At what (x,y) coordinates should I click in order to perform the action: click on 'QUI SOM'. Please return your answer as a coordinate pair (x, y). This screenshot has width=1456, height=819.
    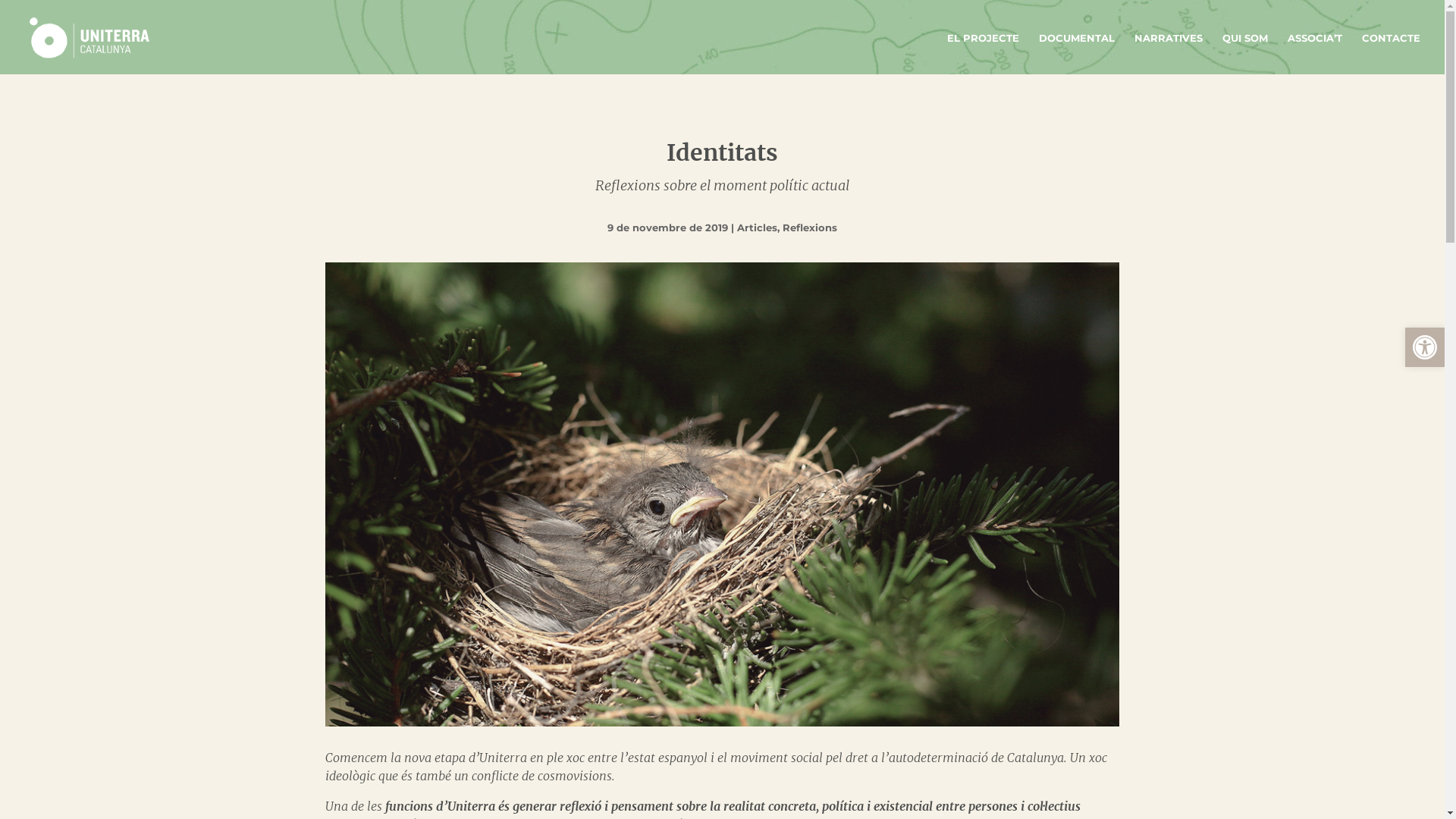
    Looking at the image, I should click on (1244, 53).